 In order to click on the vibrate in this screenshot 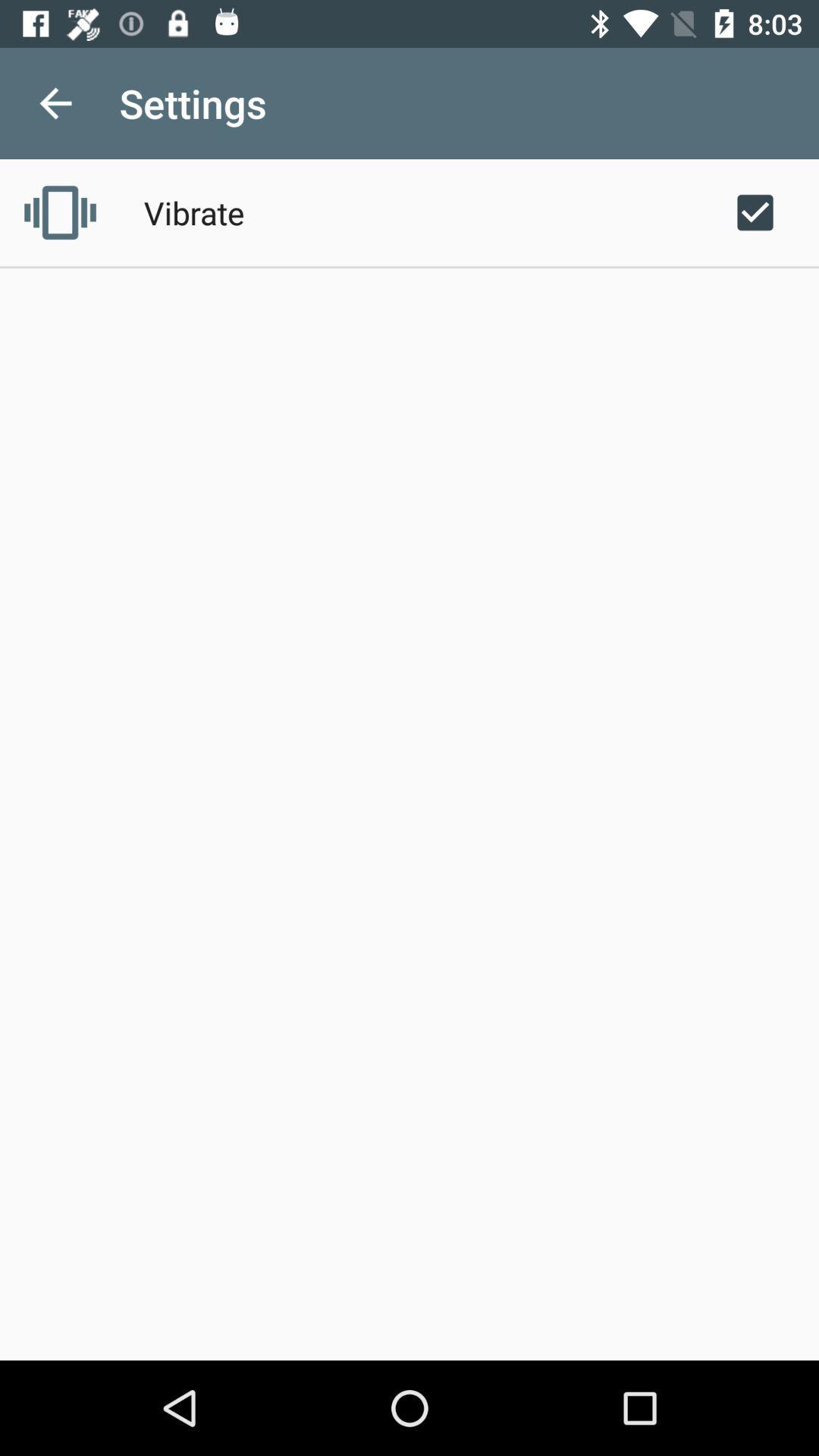, I will do `click(193, 212)`.